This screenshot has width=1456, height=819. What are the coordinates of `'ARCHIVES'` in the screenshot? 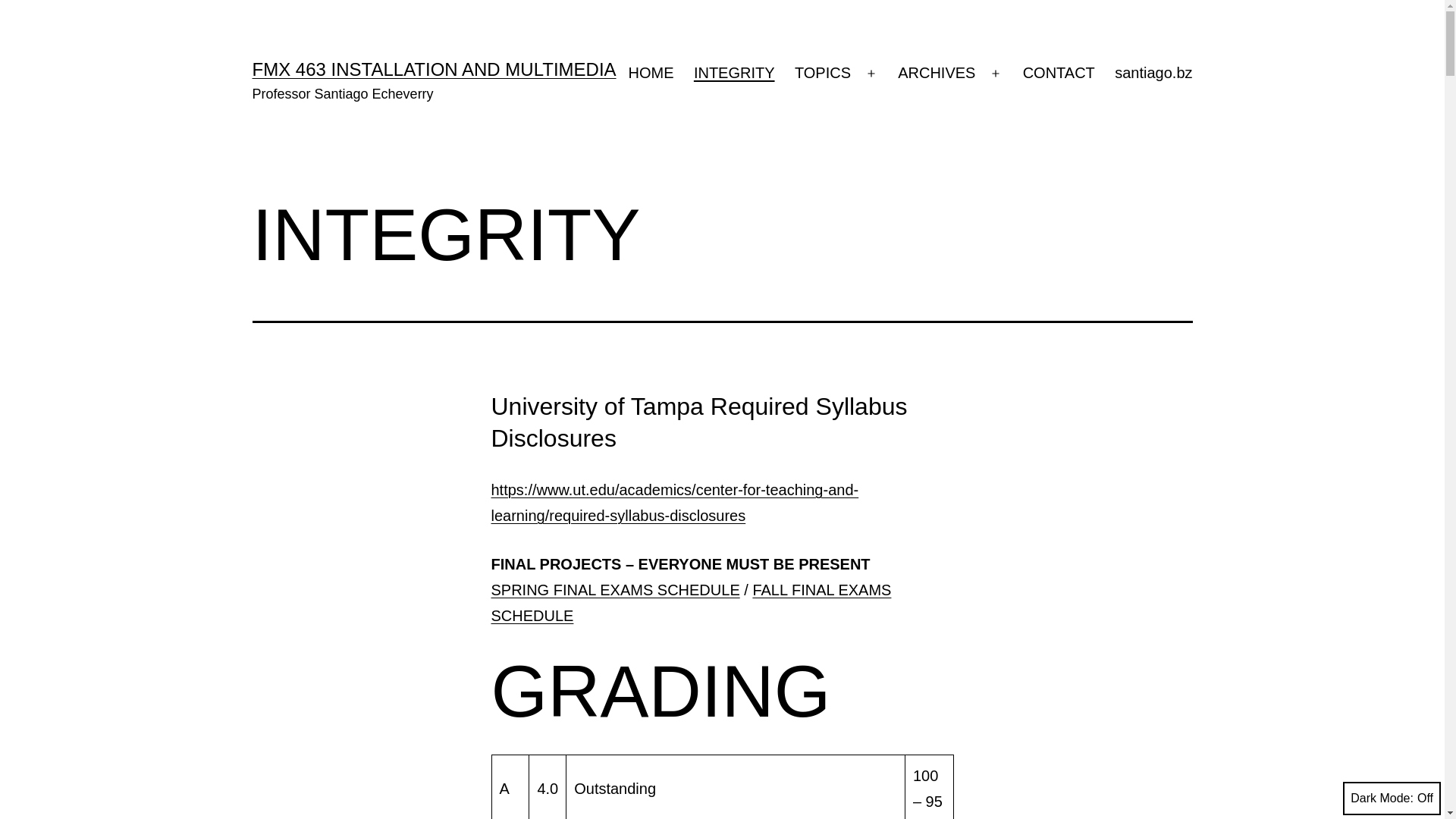 It's located at (888, 73).